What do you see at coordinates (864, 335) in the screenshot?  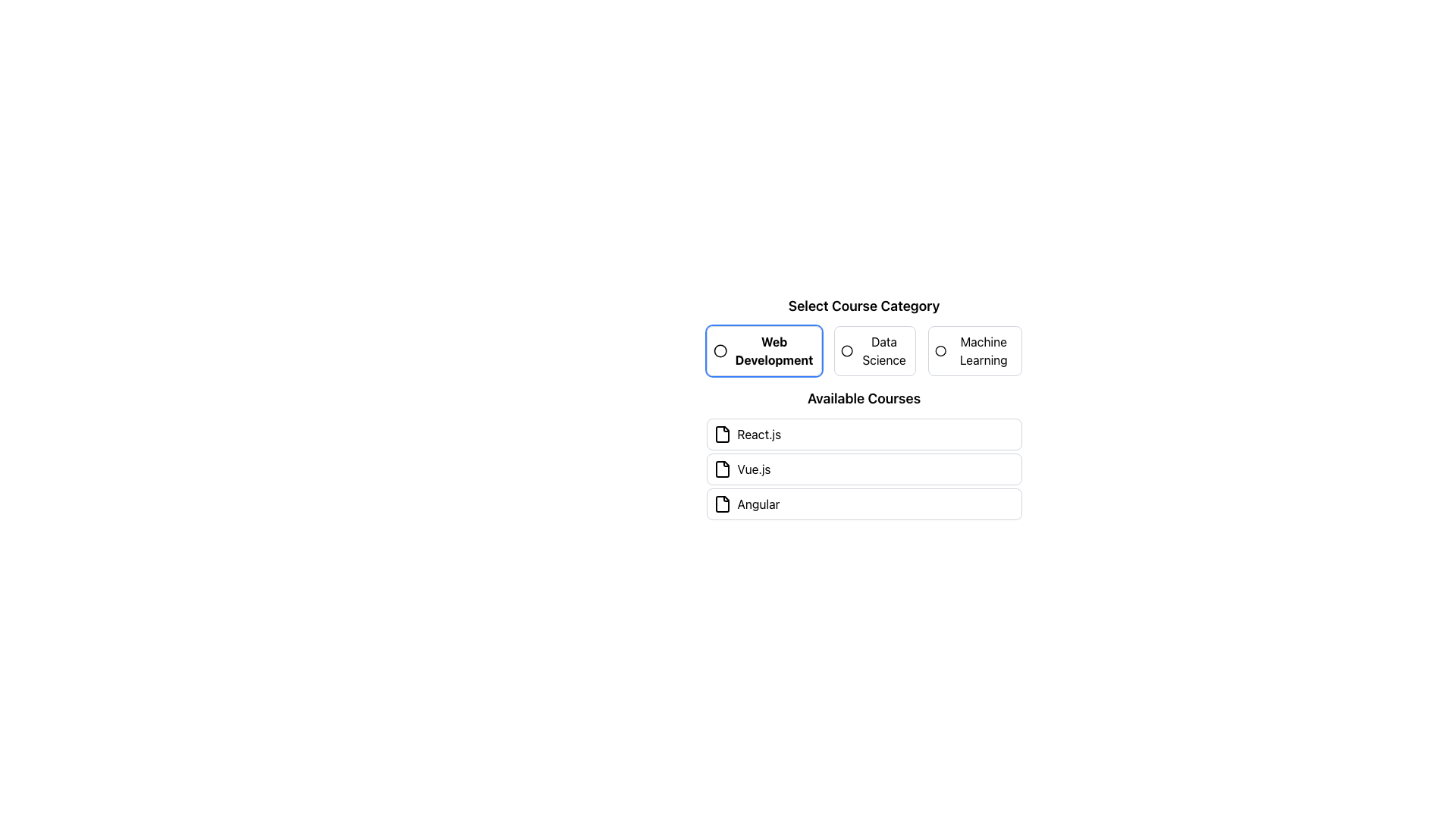 I see `keyboard navigation` at bounding box center [864, 335].